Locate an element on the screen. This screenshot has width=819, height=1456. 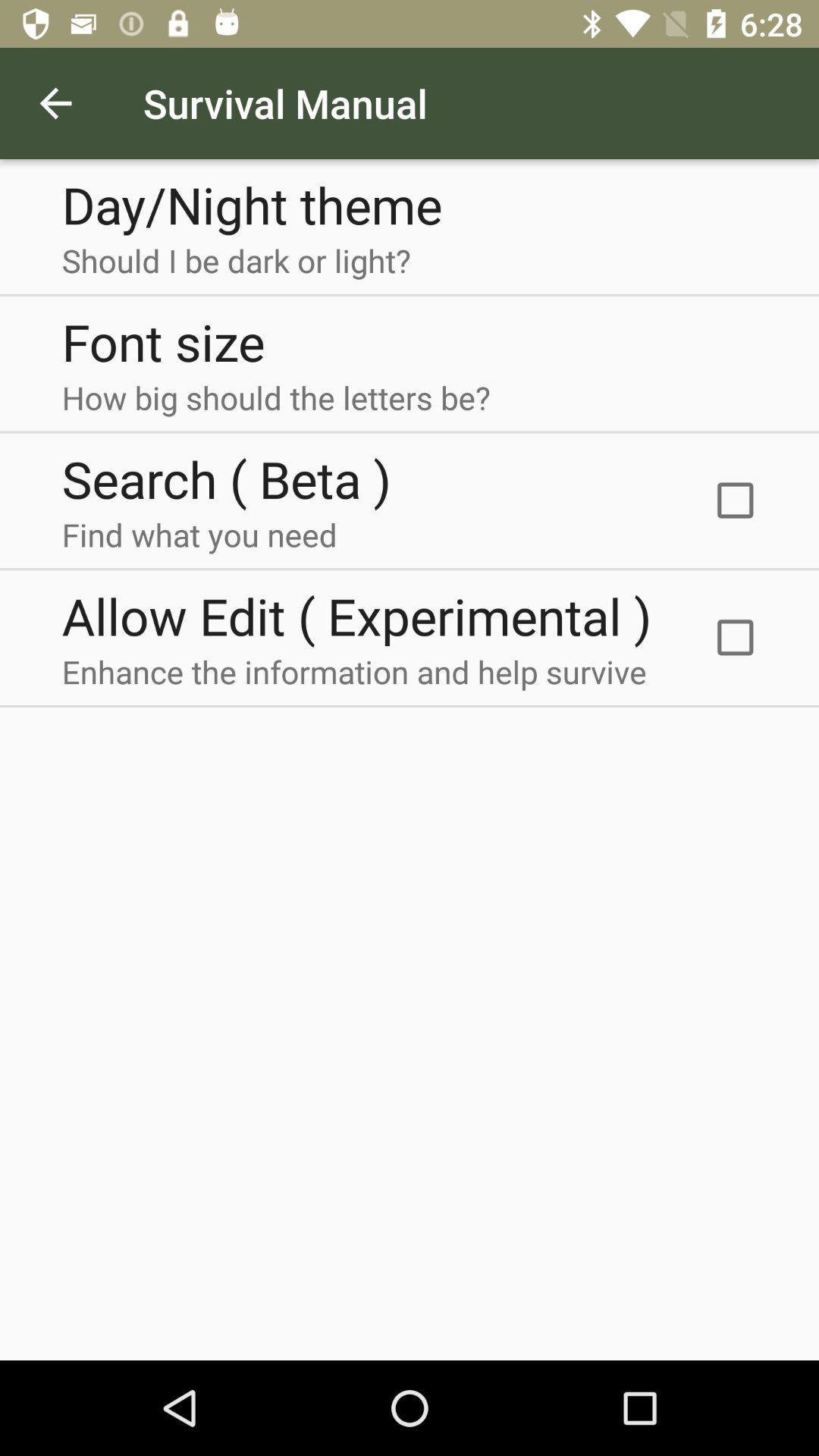
icon above day/night theme icon is located at coordinates (55, 102).